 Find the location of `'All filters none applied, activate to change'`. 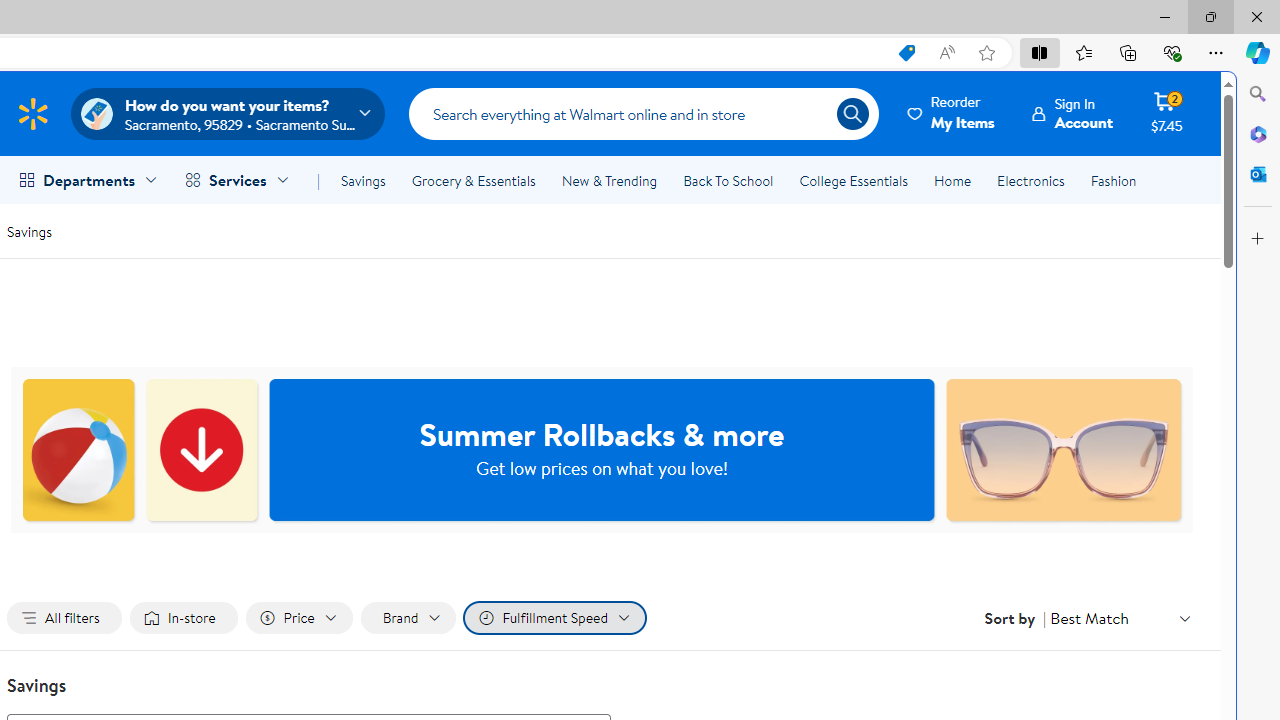

'All filters none applied, activate to change' is located at coordinates (64, 617).